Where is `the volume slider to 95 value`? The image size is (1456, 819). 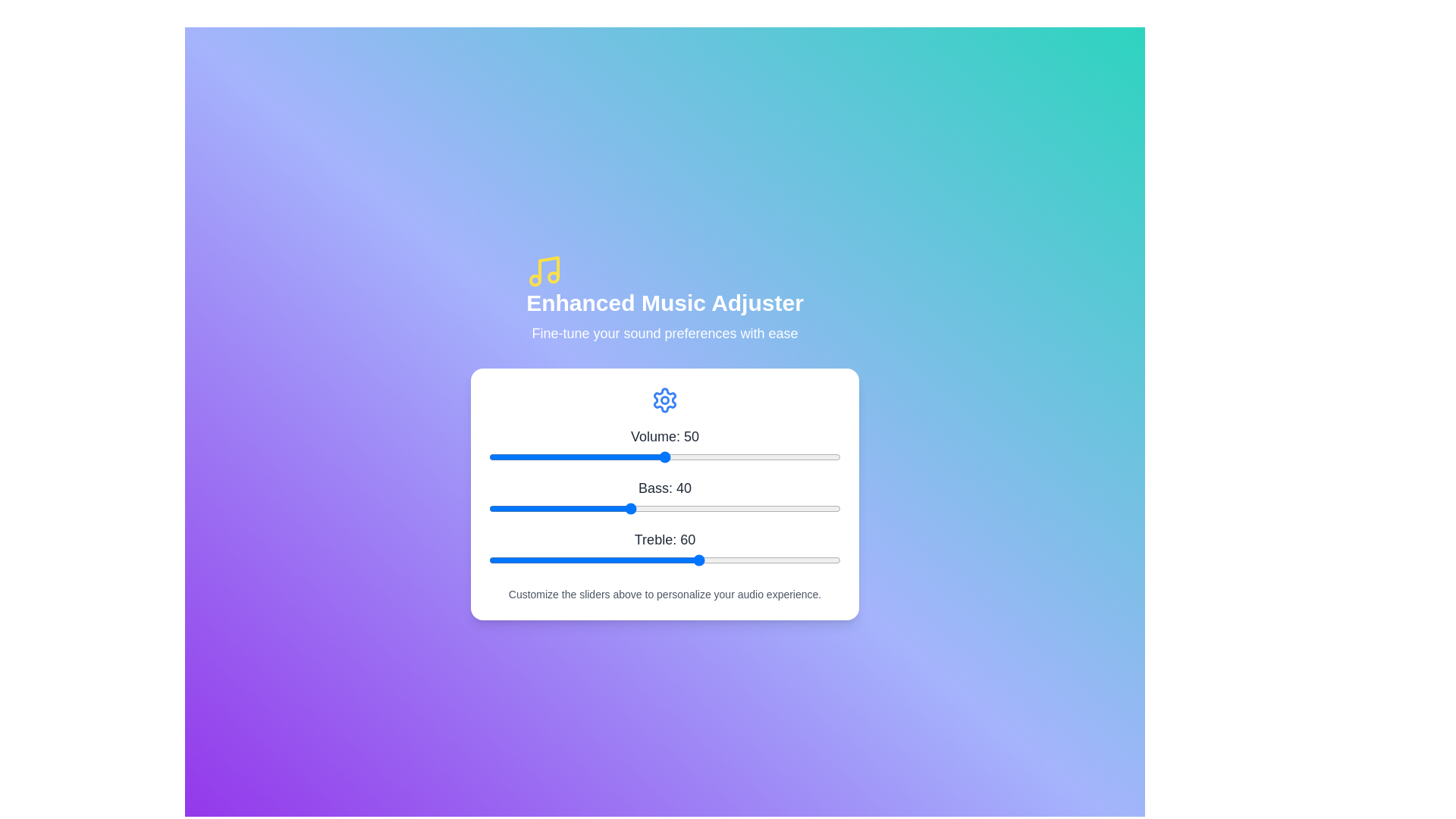
the volume slider to 95 value is located at coordinates (822, 456).